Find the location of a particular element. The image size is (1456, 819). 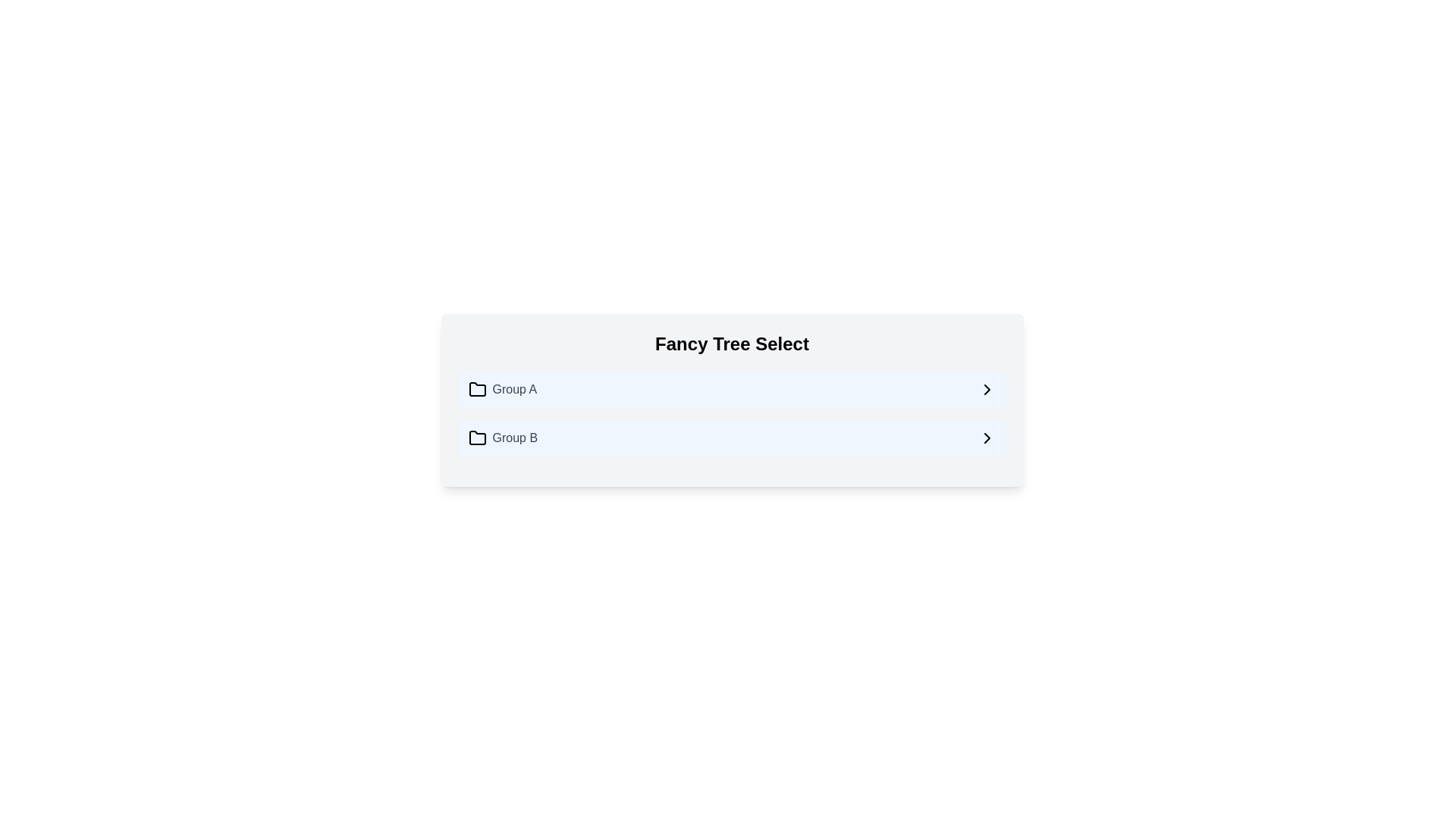

the folder icon located to the immediate left of the label 'Group B' in the second row of the list below 'Fancy Tree Select' is located at coordinates (476, 438).